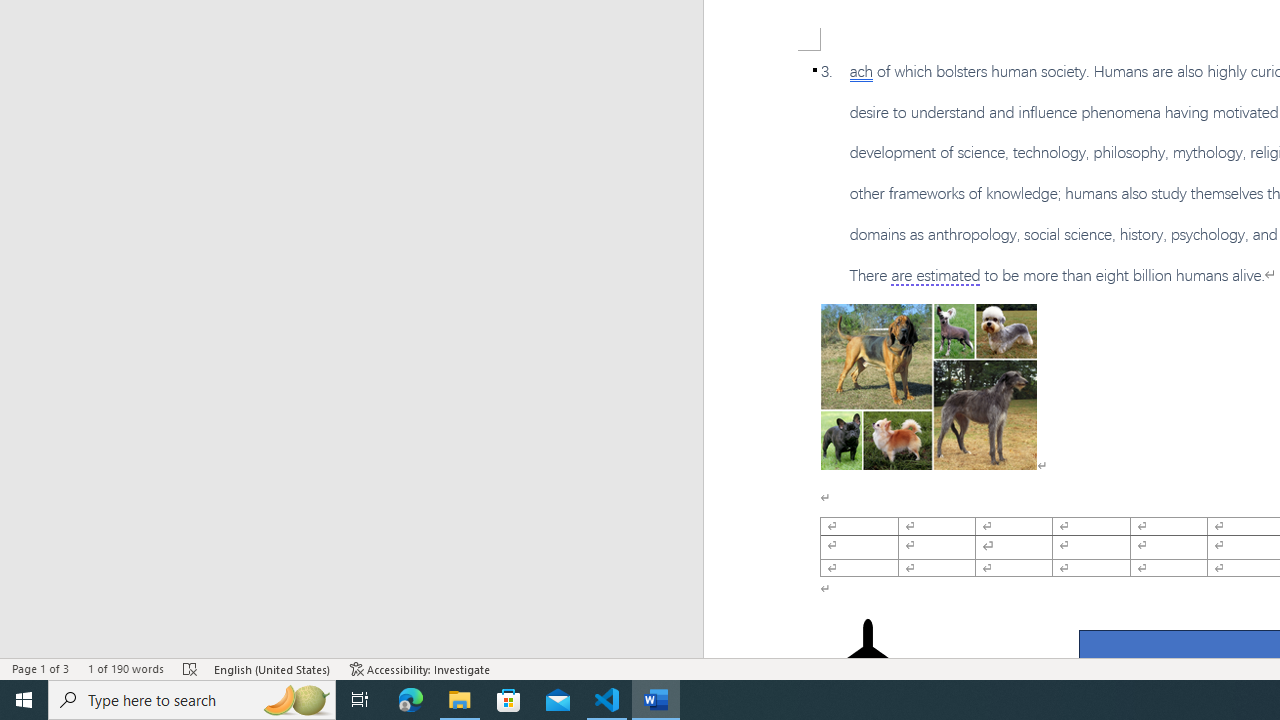  I want to click on 'Accessibility Checker Accessibility: Investigate', so click(419, 669).